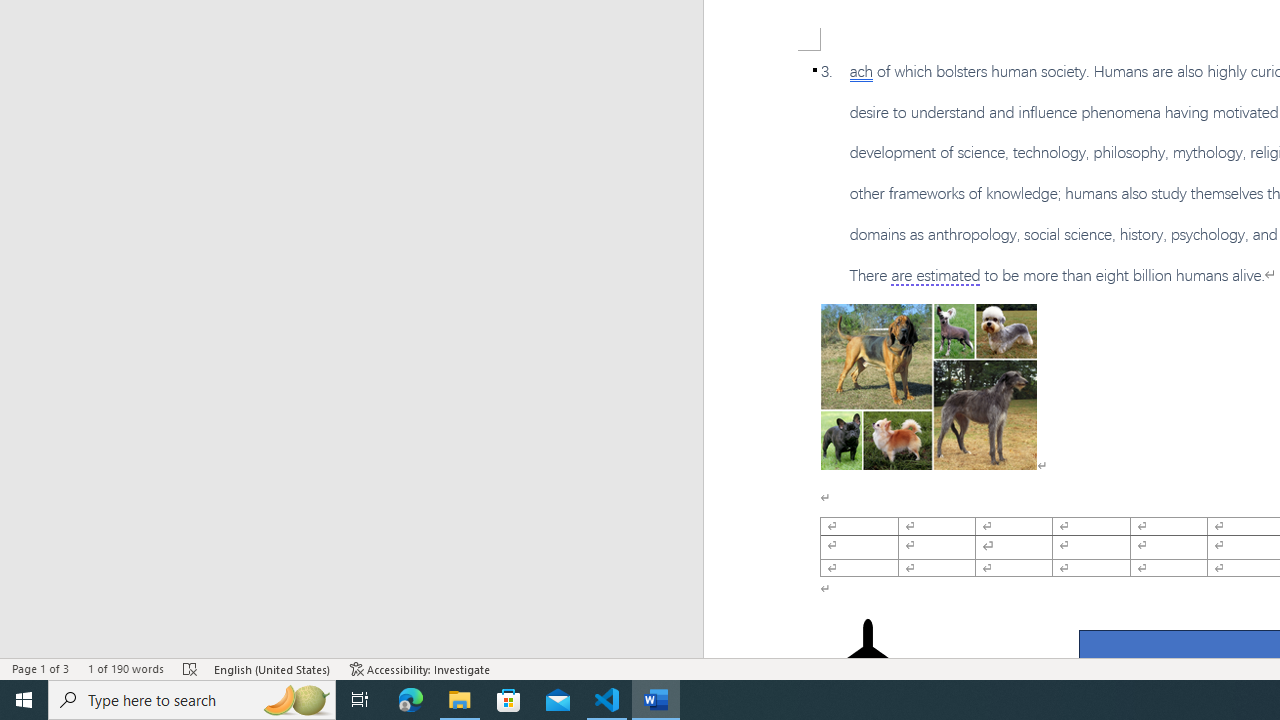  I want to click on 'Accessibility Checker Accessibility: Investigate', so click(419, 669).